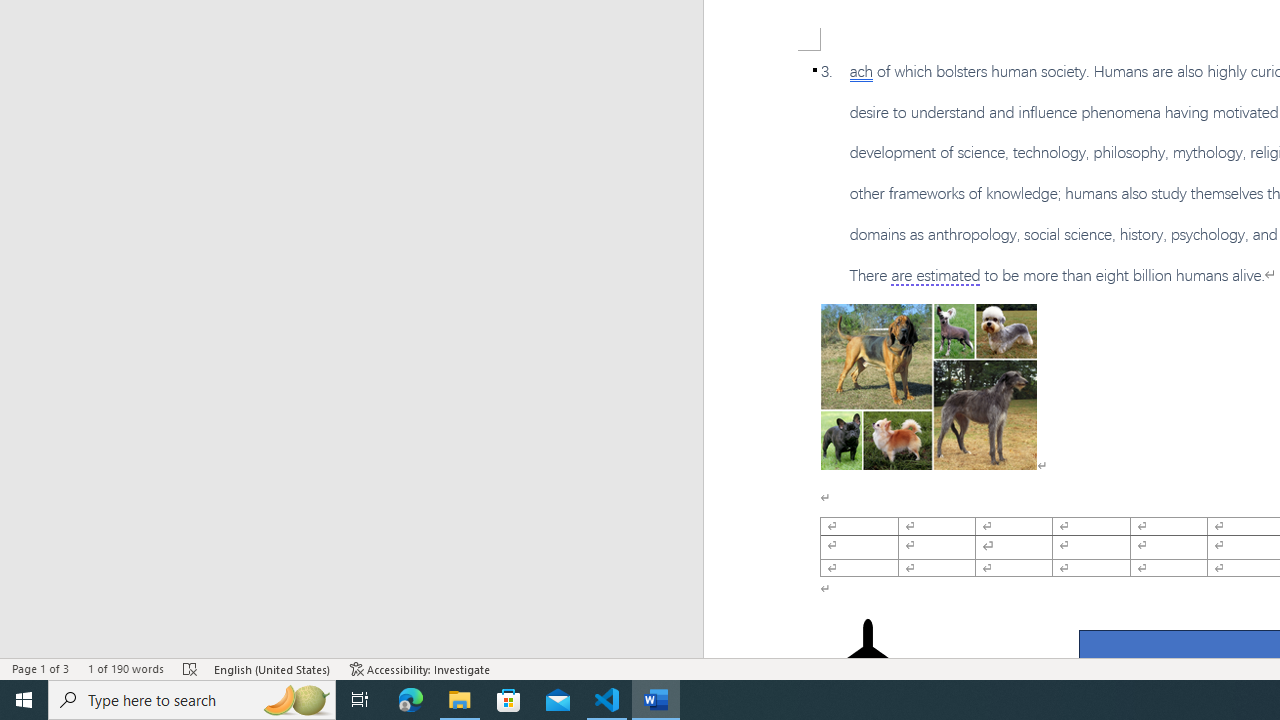  I want to click on 'Accessibility Checker Accessibility: Investigate', so click(419, 669).